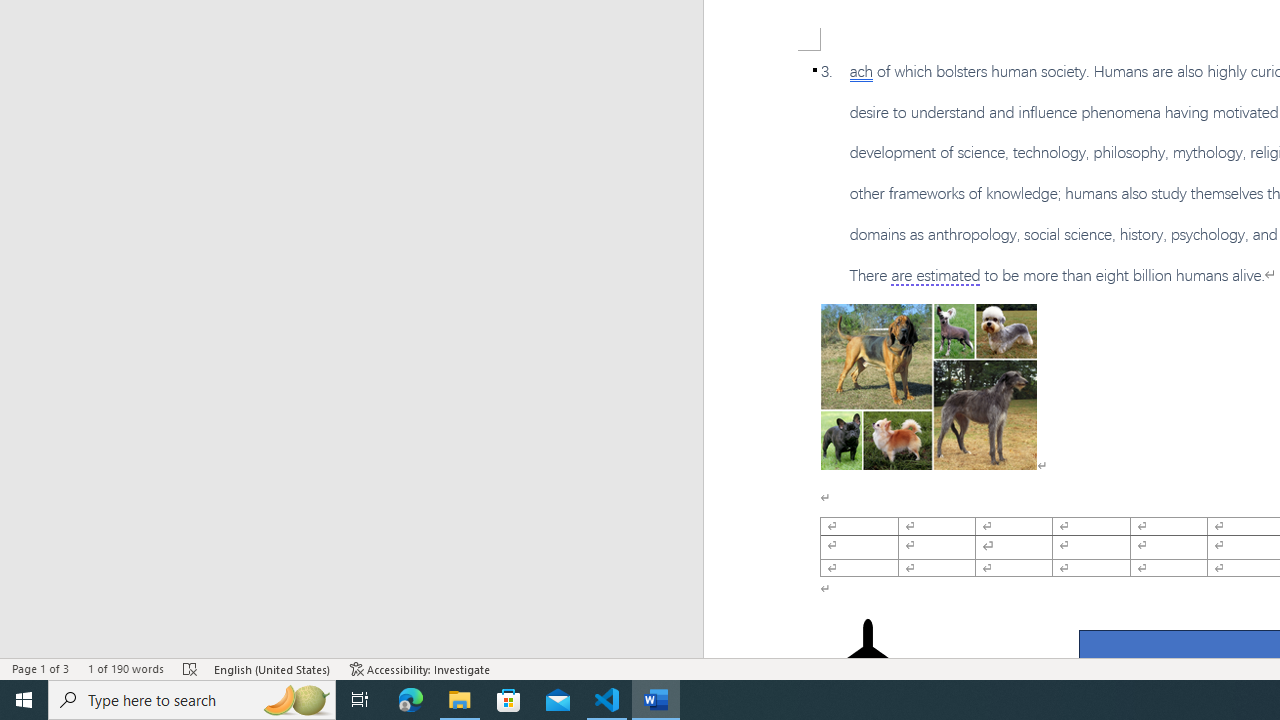  I want to click on 'Accessibility Checker Accessibility: Investigate', so click(419, 669).